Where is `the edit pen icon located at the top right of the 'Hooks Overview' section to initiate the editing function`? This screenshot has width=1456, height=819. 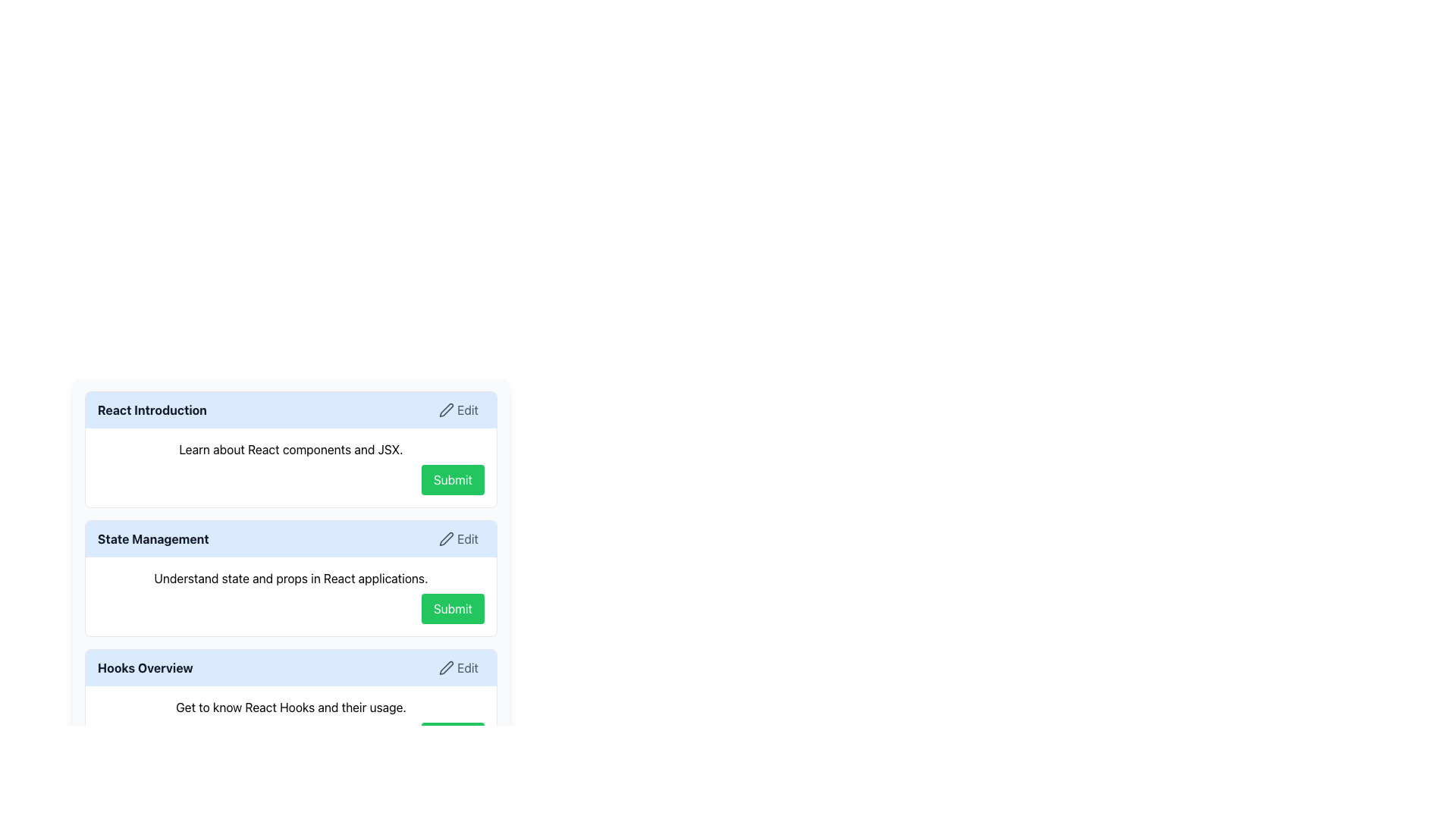
the edit pen icon located at the top right of the 'Hooks Overview' section to initiate the editing function is located at coordinates (446, 667).